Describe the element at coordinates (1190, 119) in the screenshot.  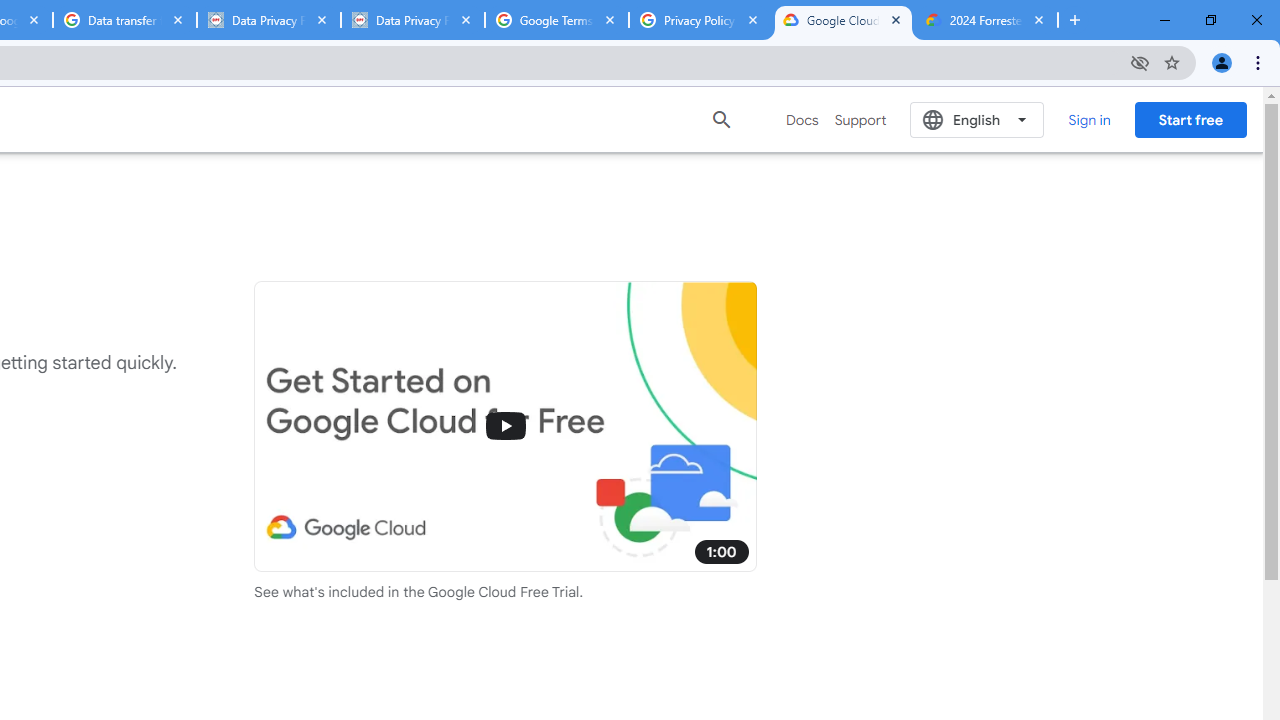
I see `'Start free'` at that location.